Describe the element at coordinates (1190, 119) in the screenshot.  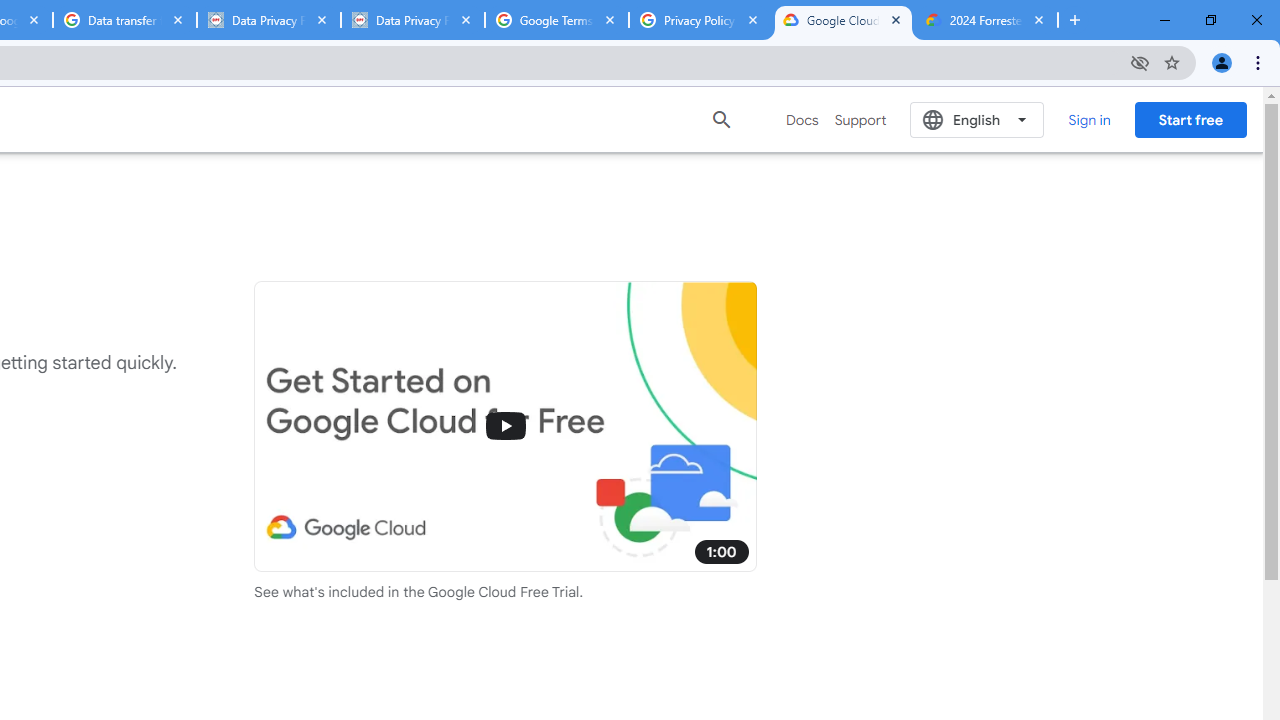
I see `'Start free'` at that location.